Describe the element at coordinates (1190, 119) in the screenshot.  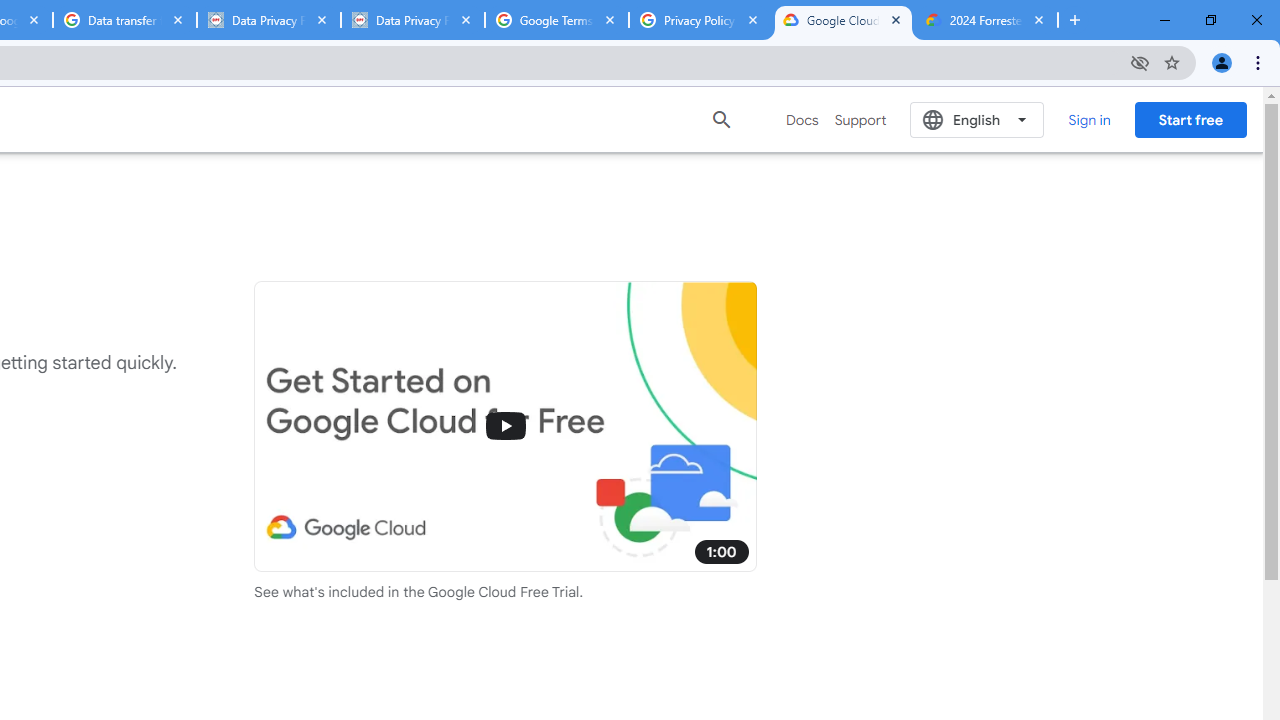
I see `'Start free'` at that location.